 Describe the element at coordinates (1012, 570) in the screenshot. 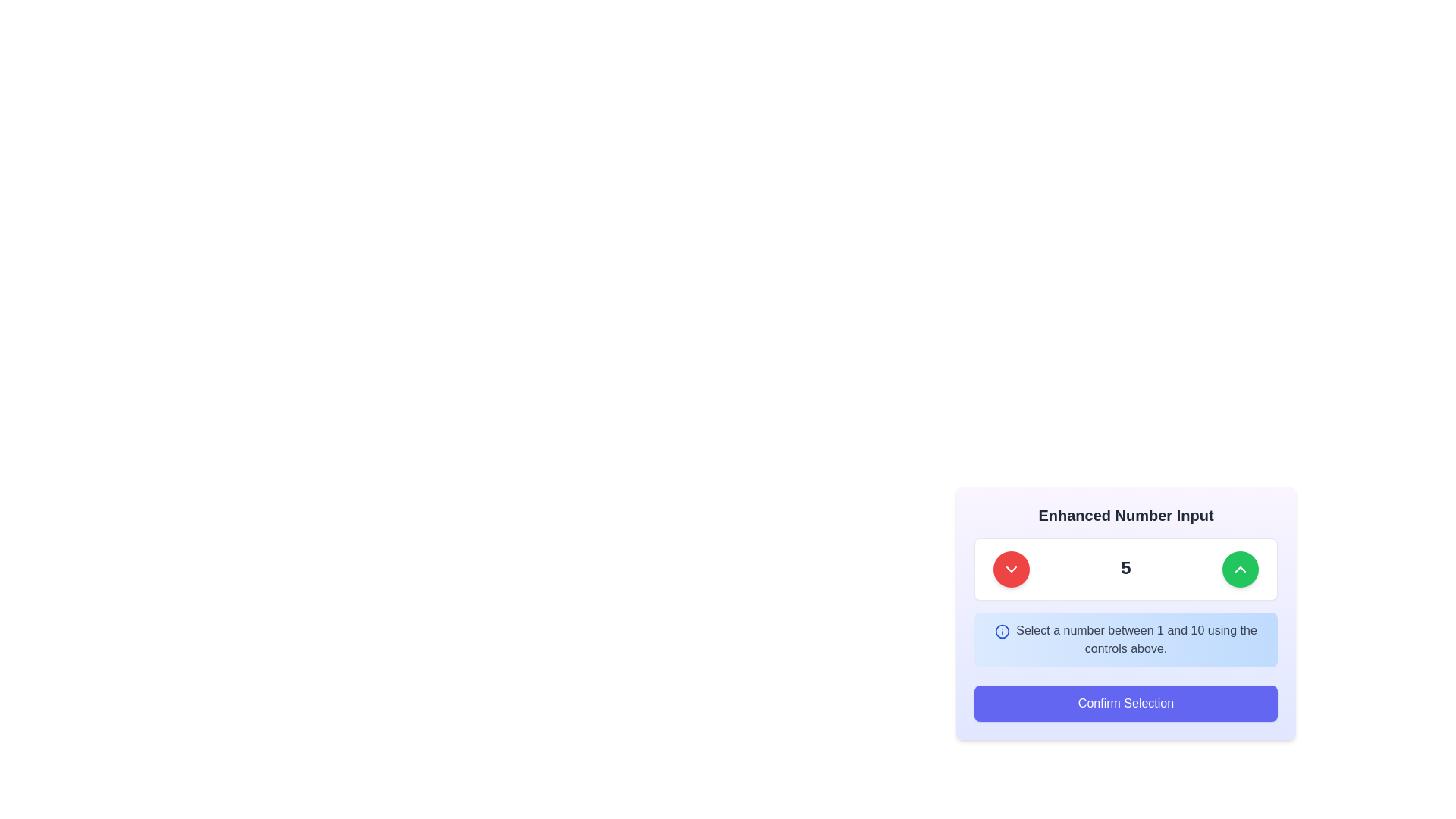

I see `the red circular button that decreases the number in the input field` at that location.